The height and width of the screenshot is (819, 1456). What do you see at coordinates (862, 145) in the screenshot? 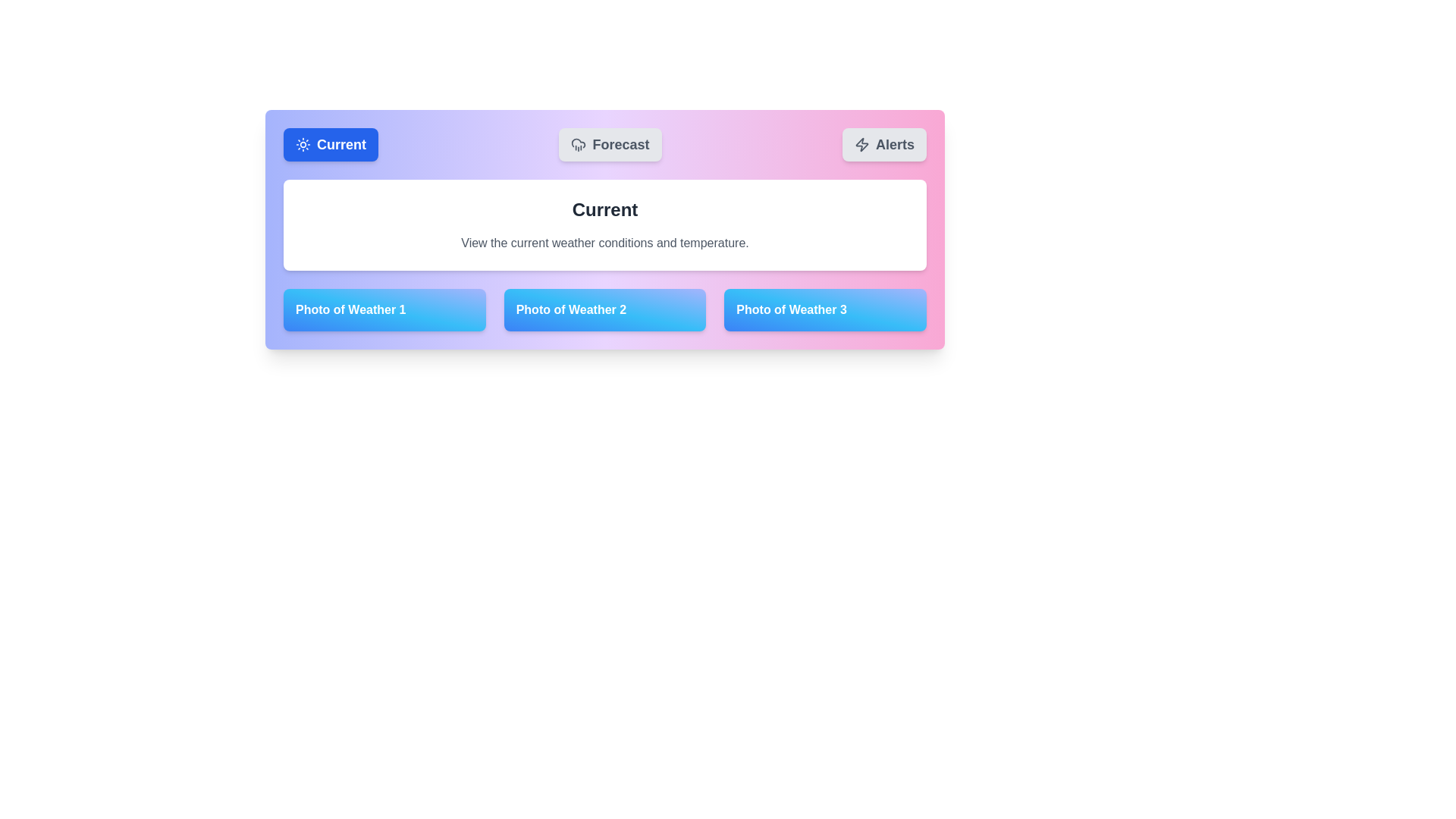
I see `the lightning bolt icon that is part of the 'Alerts' button, located in the top right corner of the interface` at bounding box center [862, 145].